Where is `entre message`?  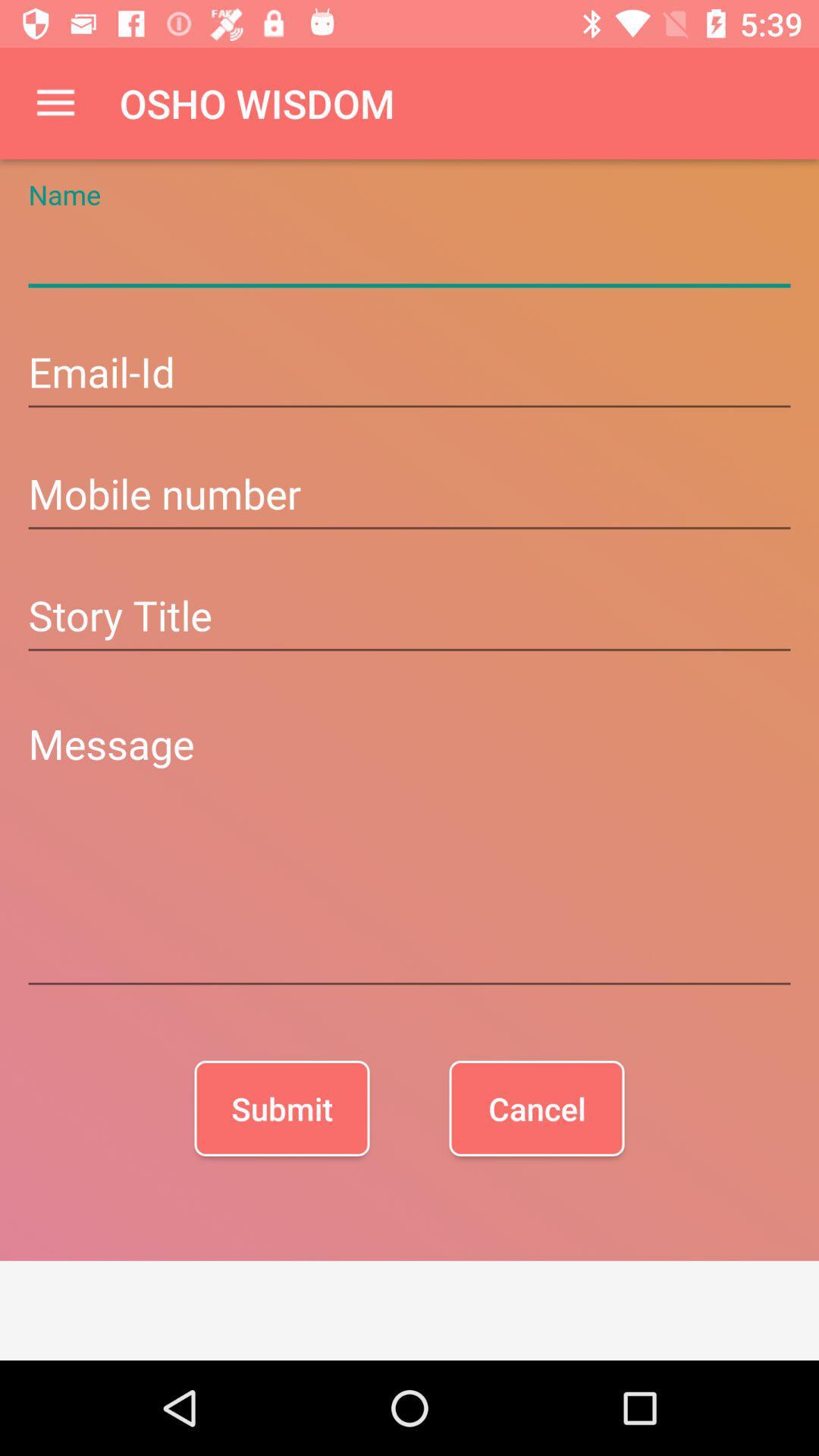
entre message is located at coordinates (409, 851).